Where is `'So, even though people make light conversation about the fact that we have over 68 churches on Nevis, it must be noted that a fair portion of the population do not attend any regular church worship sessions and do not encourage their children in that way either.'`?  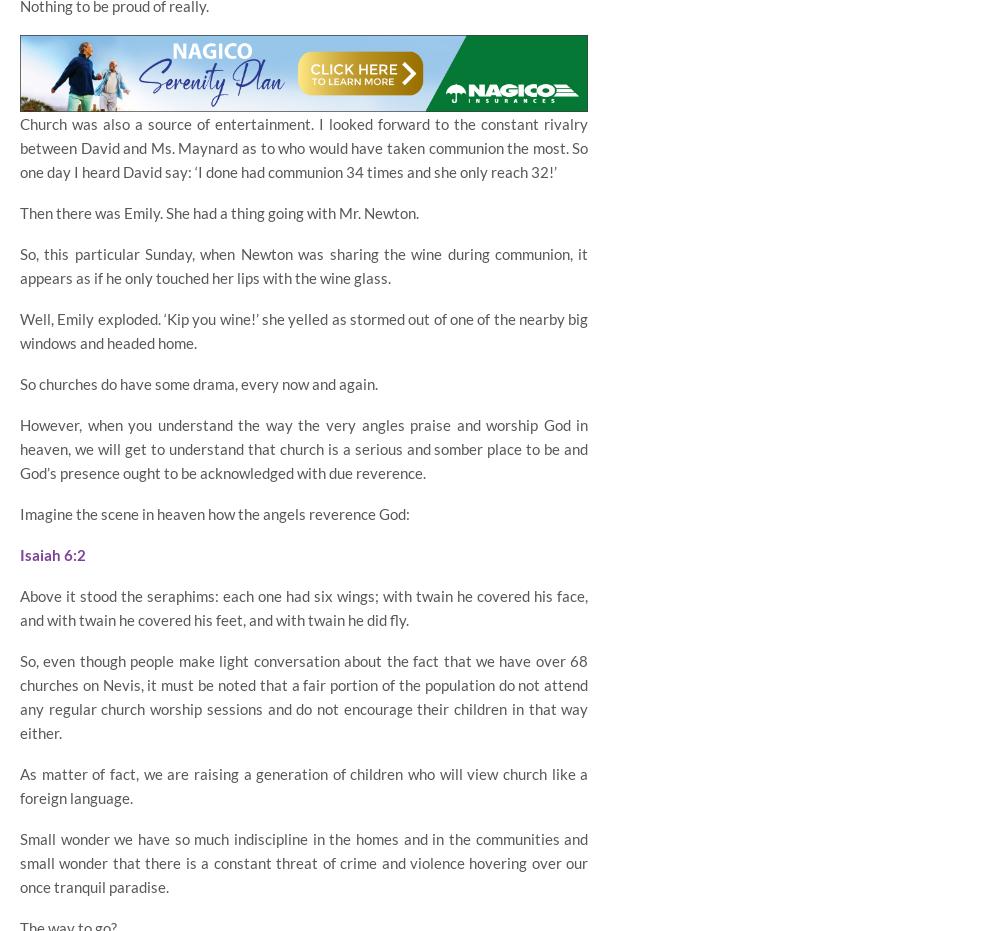 'So, even though people make light conversation about the fact that we have over 68 churches on Nevis, it must be noted that a fair portion of the population do not attend any regular church worship sessions and do not encourage their children in that way either.' is located at coordinates (303, 695).